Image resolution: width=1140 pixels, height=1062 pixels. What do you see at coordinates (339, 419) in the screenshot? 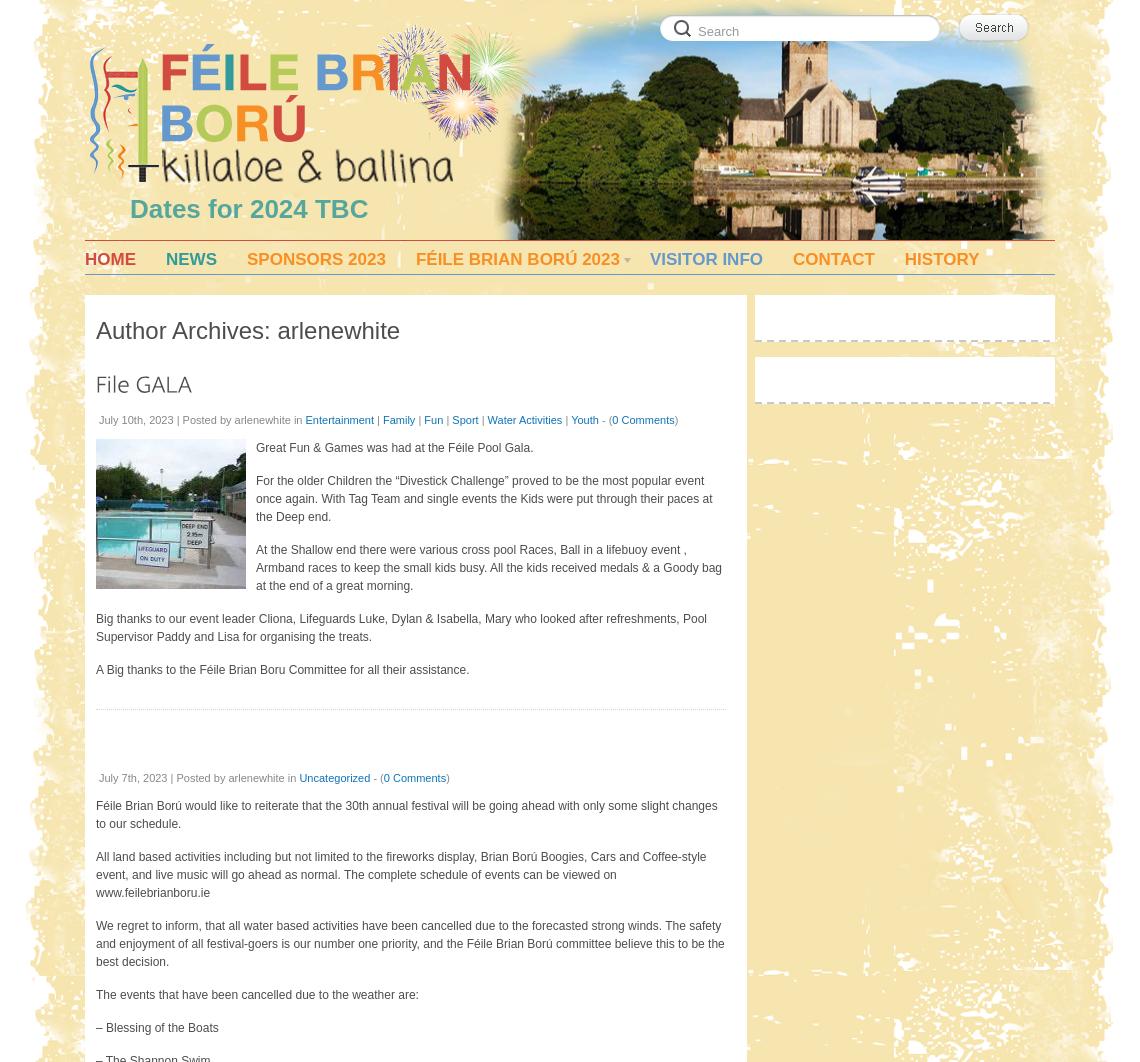
I see `'Entertainment'` at bounding box center [339, 419].